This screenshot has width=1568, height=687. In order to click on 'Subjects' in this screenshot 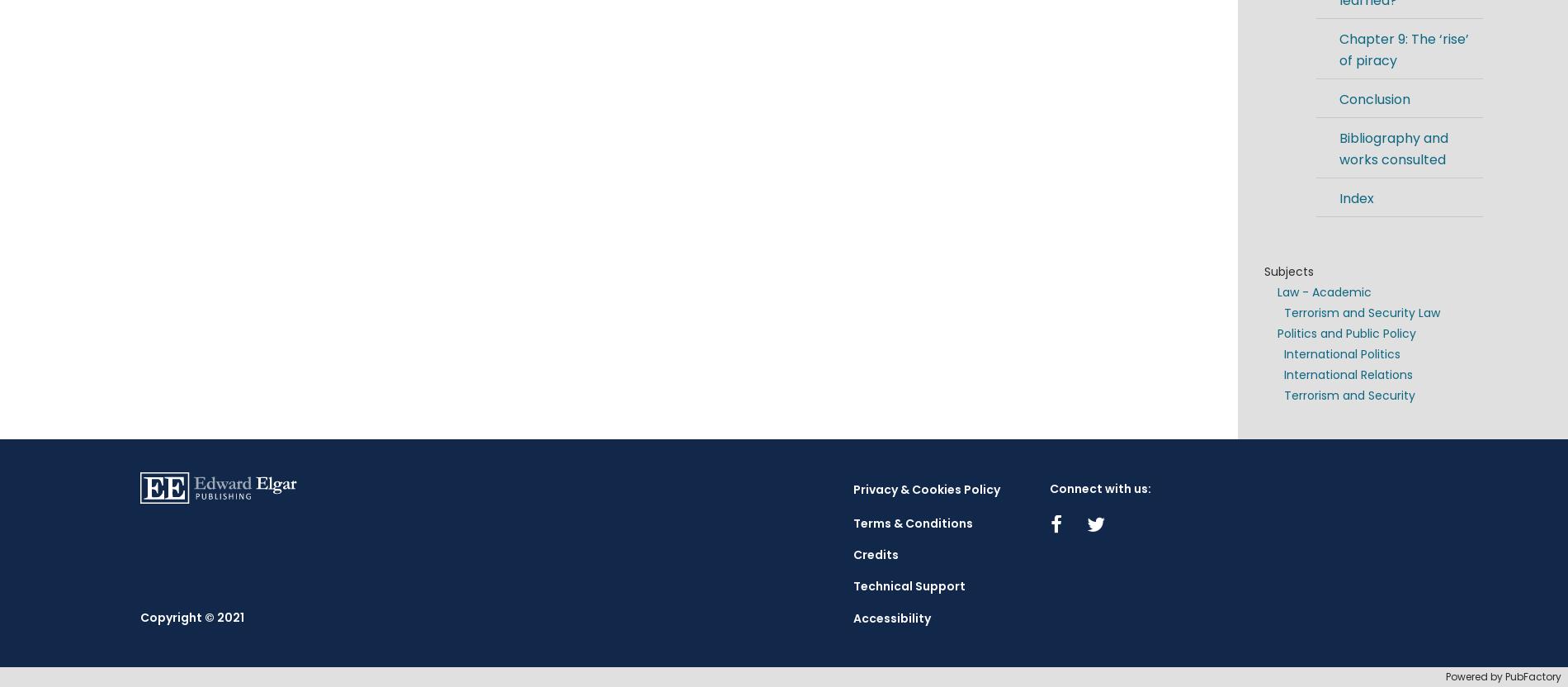, I will do `click(1288, 271)`.